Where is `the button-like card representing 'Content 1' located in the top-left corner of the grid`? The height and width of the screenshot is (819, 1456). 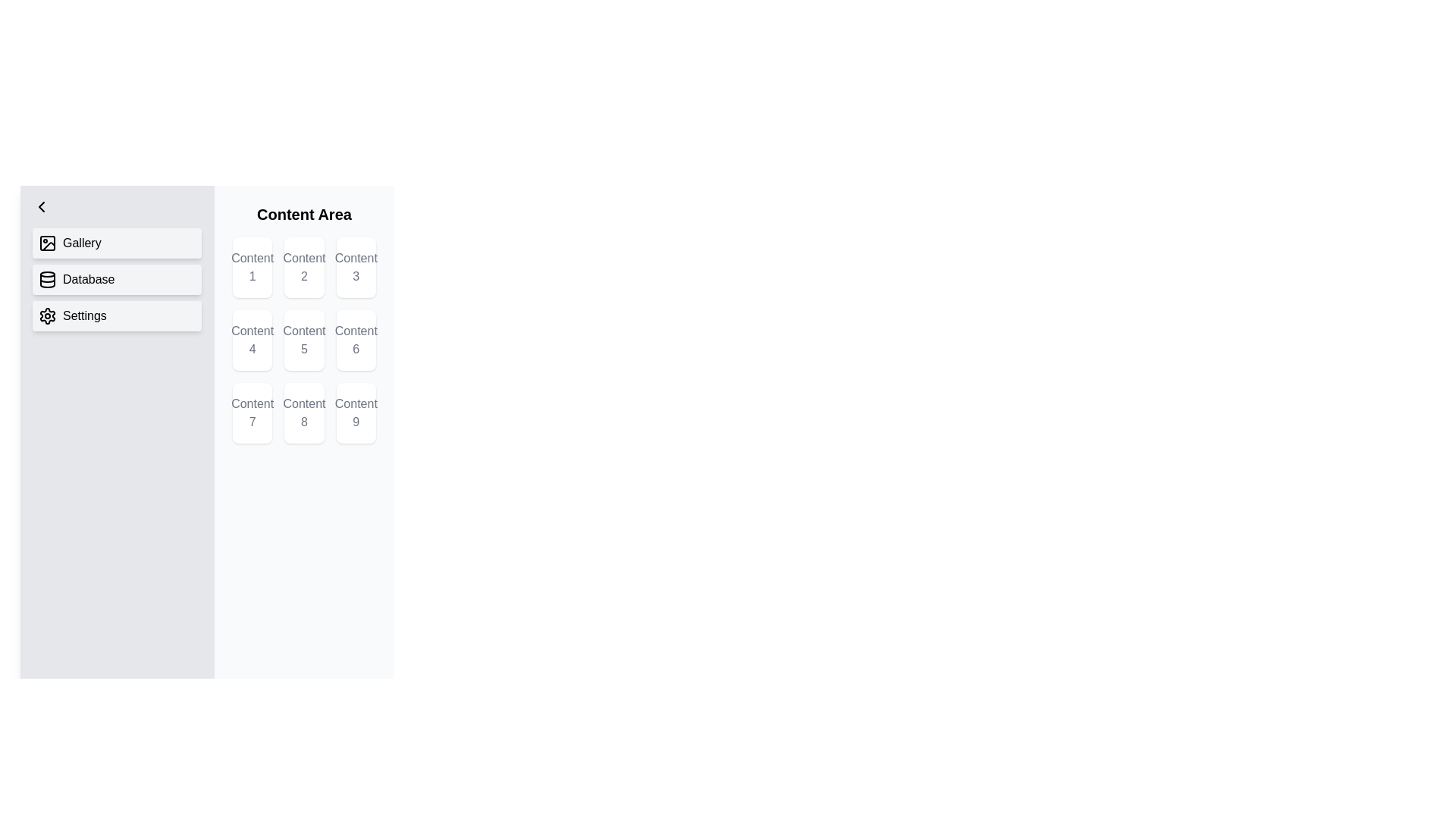 the button-like card representing 'Content 1' located in the top-left corner of the grid is located at coordinates (253, 267).